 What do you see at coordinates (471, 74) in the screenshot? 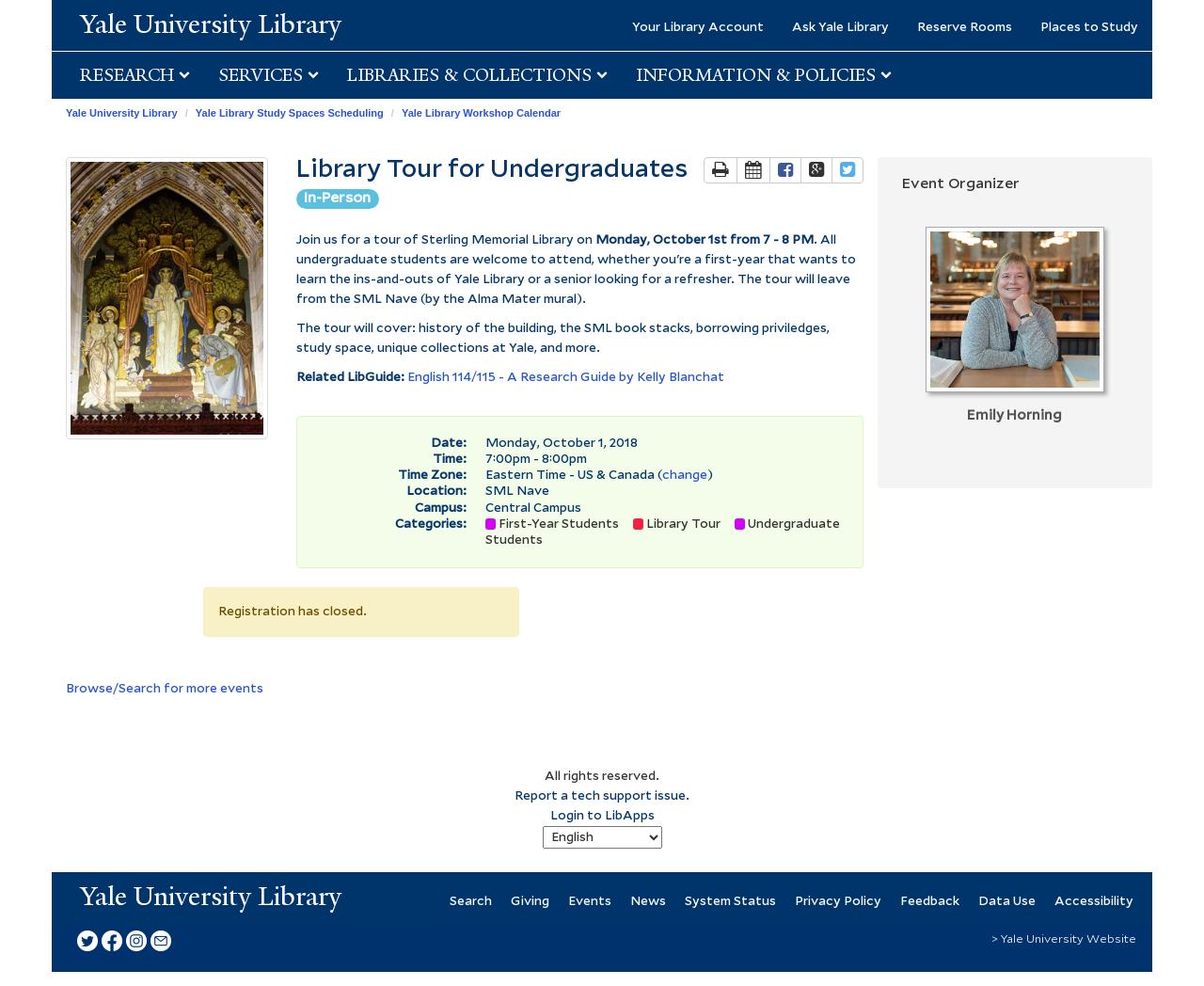
I see `'LIBRARIES & COLLECTIONS'` at bounding box center [471, 74].